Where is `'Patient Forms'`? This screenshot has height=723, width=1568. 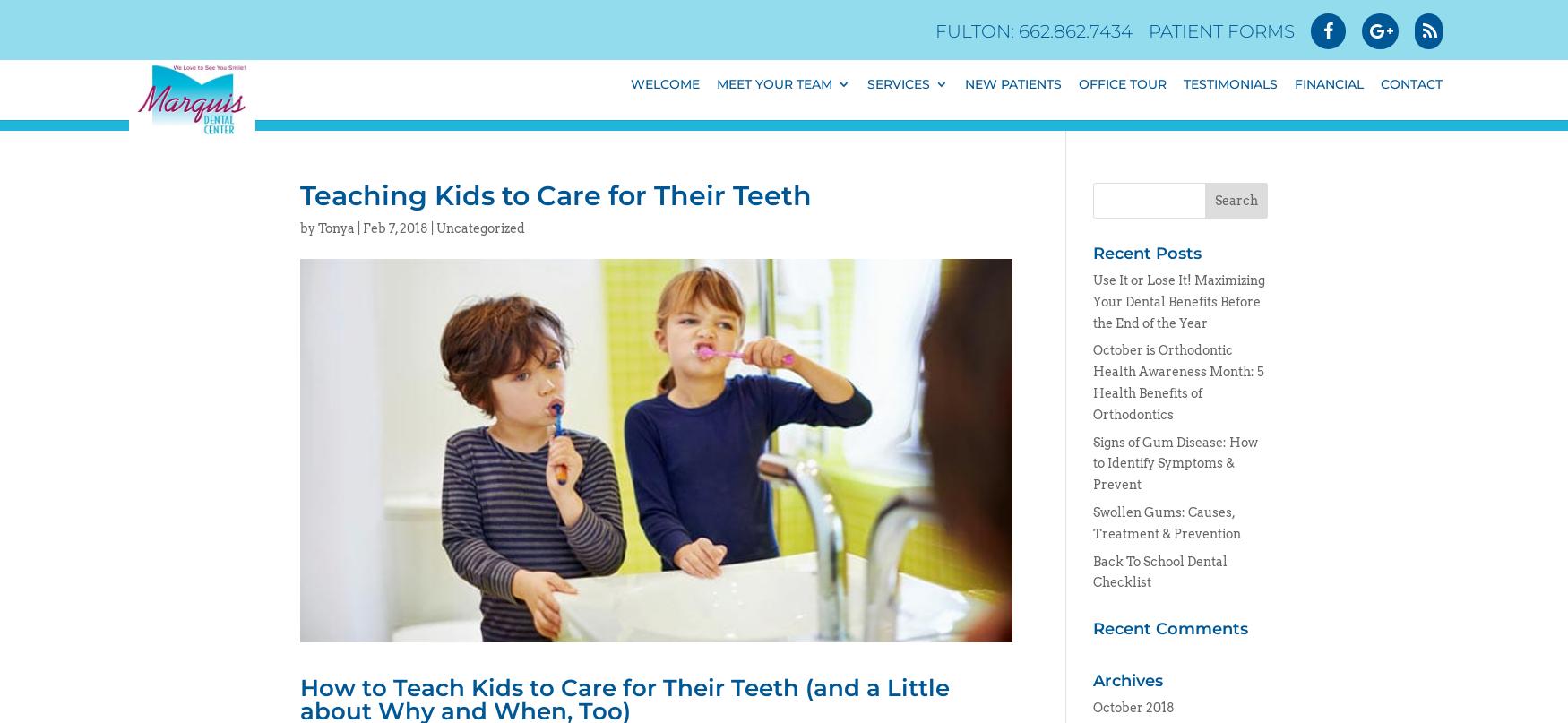 'Patient Forms' is located at coordinates (1148, 31).